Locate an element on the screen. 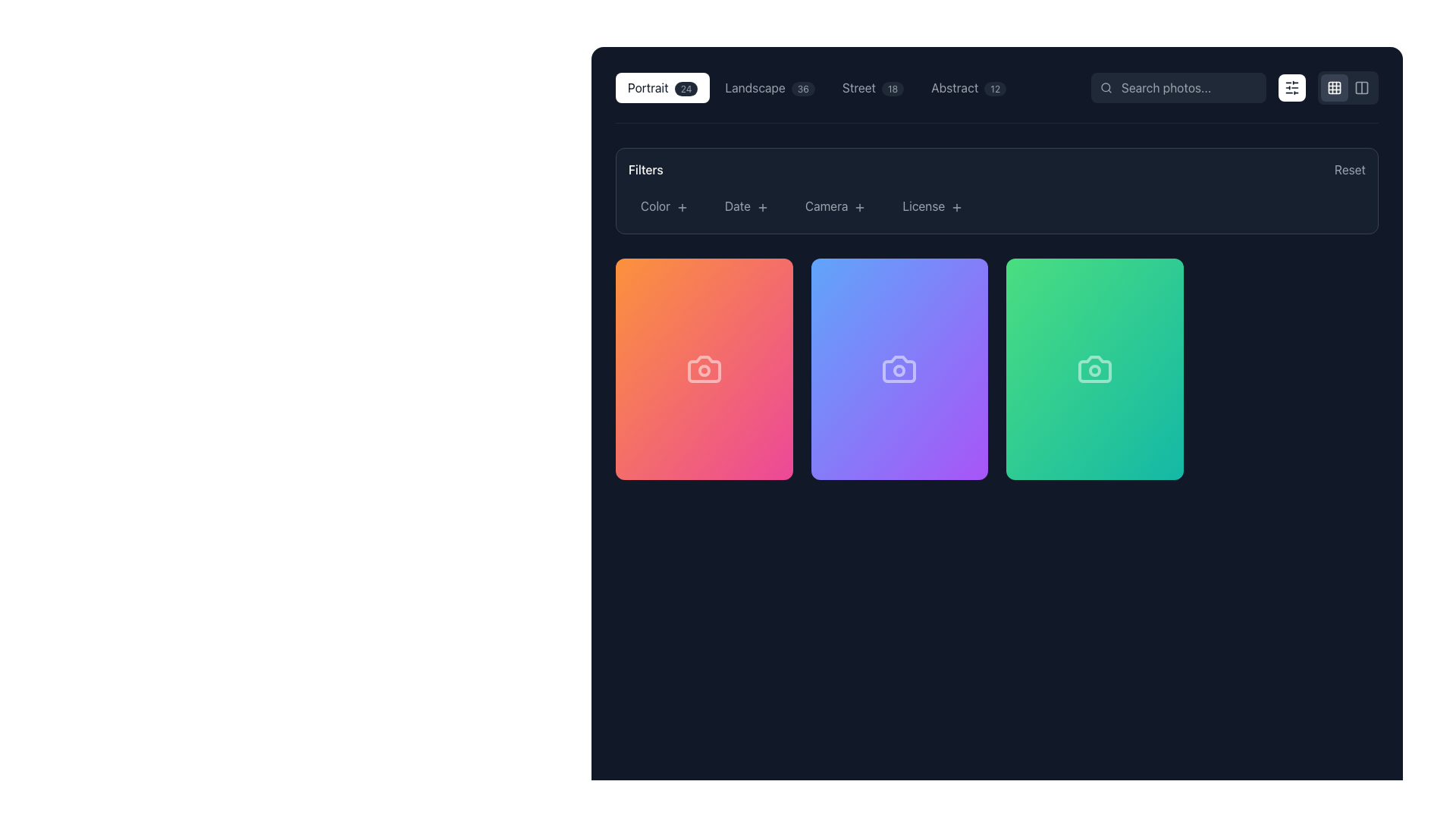  the circular lens component of the camera icon situated within the third box on the right, which has a green gradient background is located at coordinates (1094, 370).